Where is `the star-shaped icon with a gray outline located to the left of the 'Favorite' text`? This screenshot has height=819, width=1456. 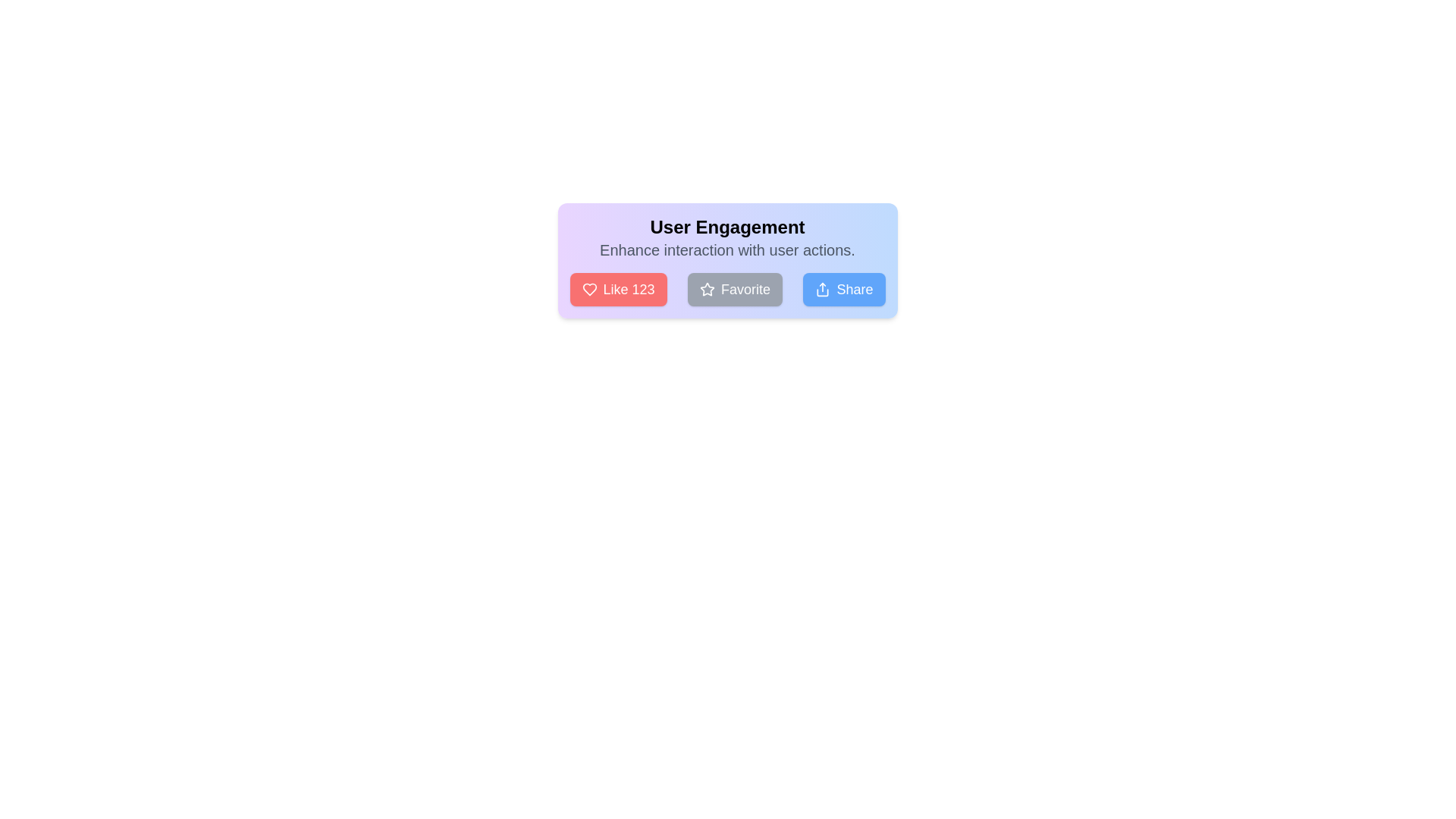 the star-shaped icon with a gray outline located to the left of the 'Favorite' text is located at coordinates (706, 289).